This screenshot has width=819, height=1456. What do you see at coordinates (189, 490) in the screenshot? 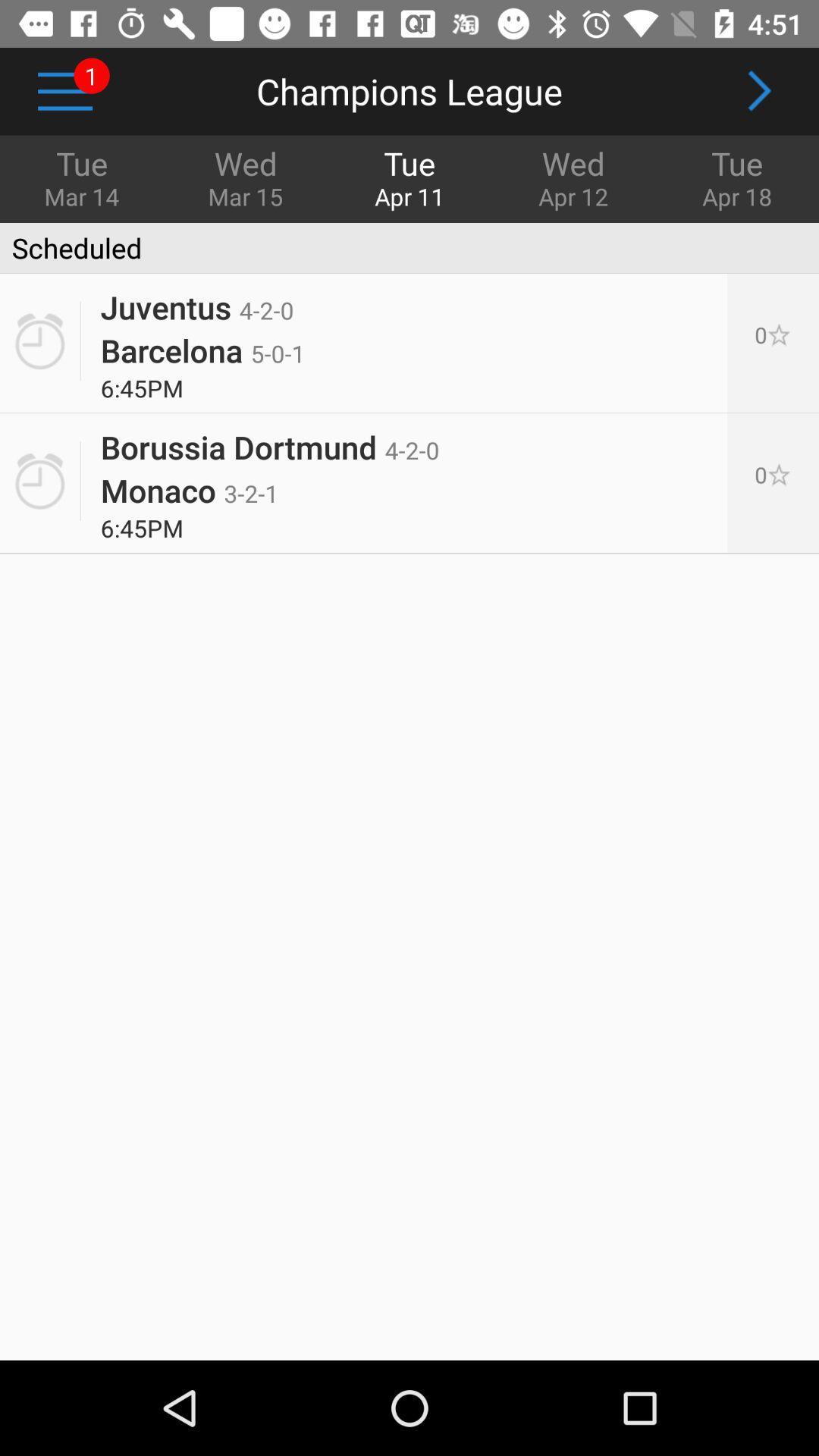
I see `item below borussia dortmund 4 item` at bounding box center [189, 490].